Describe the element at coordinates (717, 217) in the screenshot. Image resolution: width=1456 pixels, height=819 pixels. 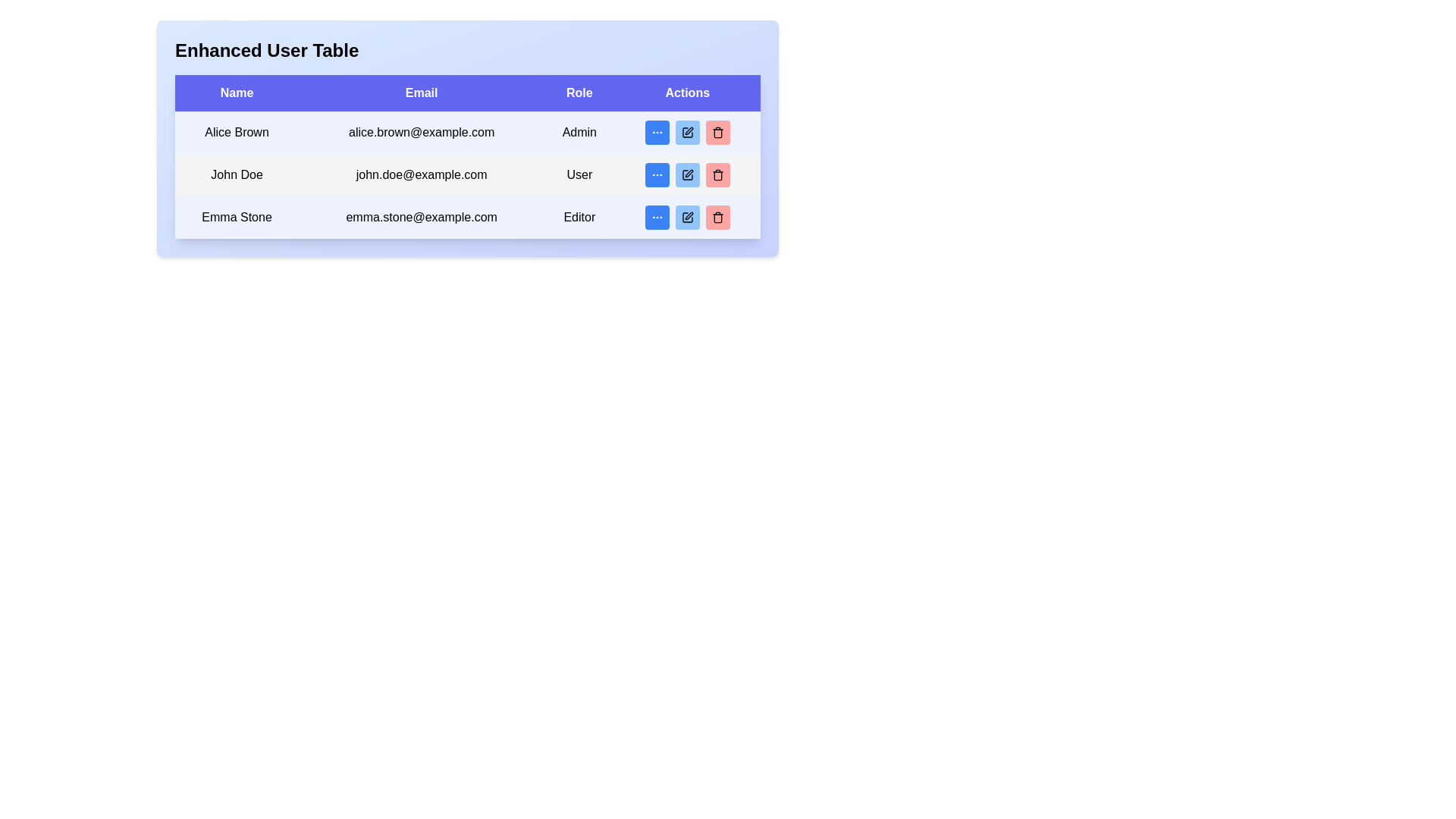
I see `the Trash Icon inside the Button associated with user 'Emma Stone' in the 'Actions' column of the third row` at that location.